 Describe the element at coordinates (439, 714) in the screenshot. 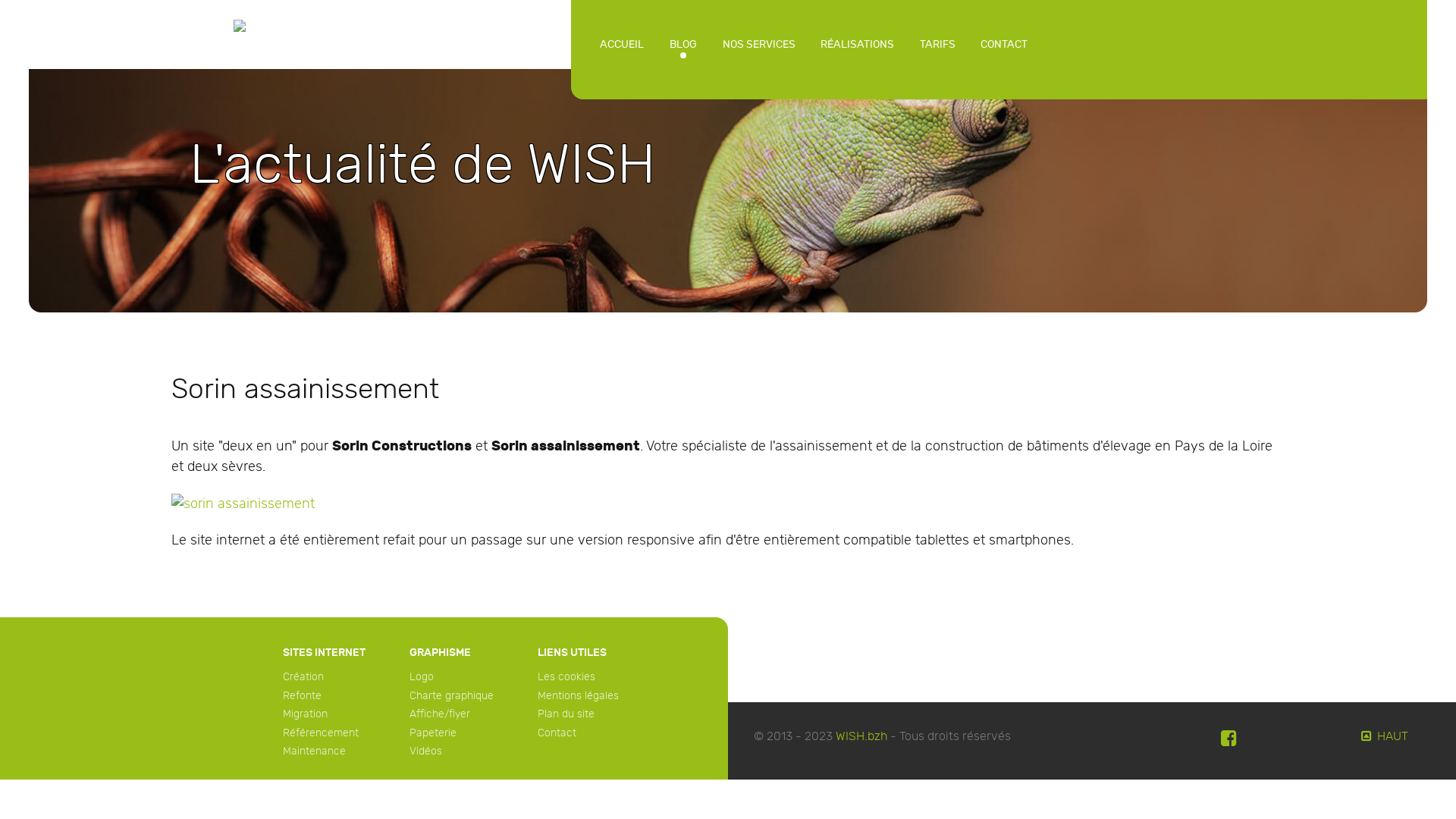

I see `'Affiche/flyer'` at that location.